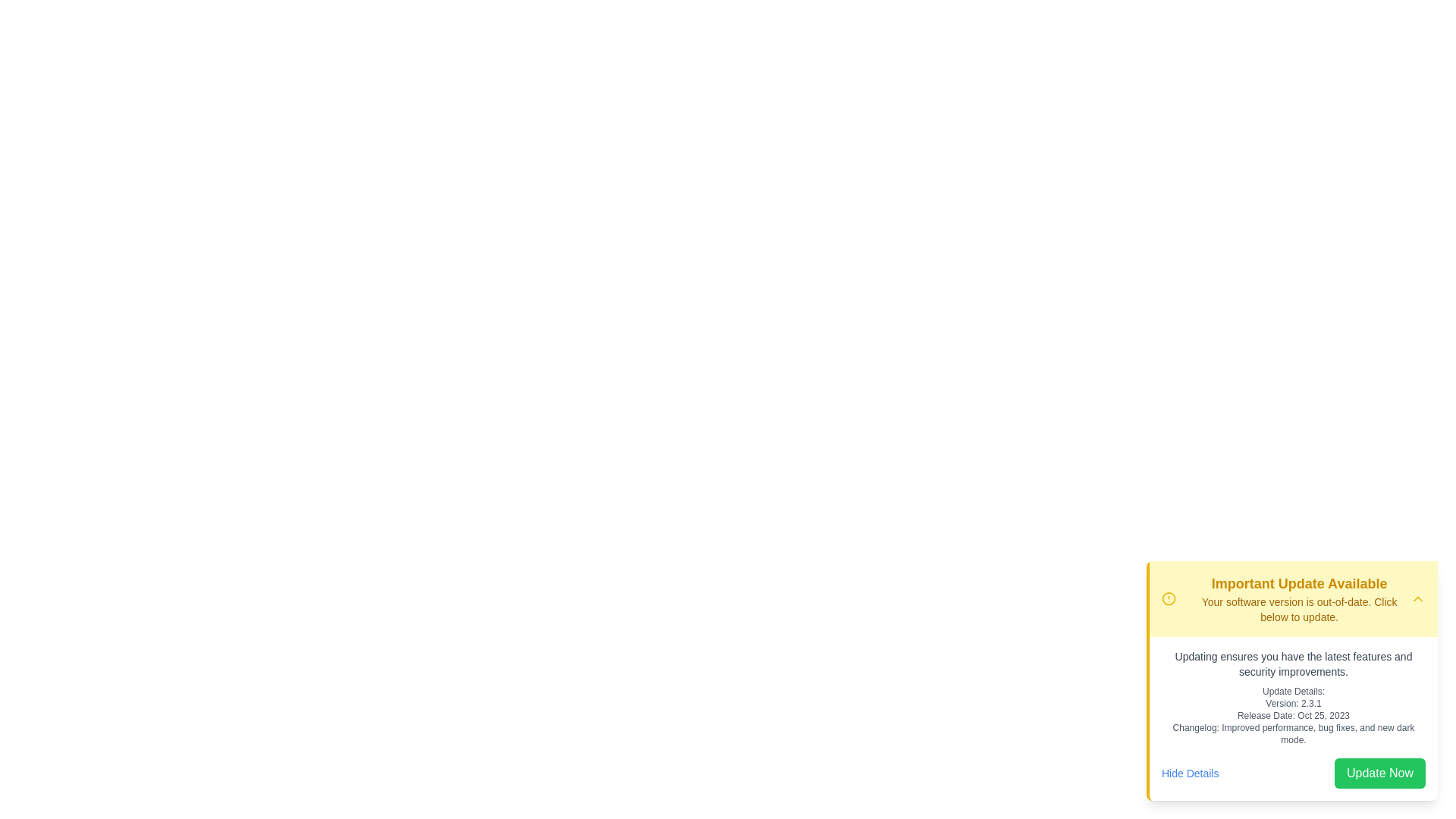 Image resolution: width=1456 pixels, height=819 pixels. Describe the element at coordinates (1298, 583) in the screenshot. I see `the text element displaying 'Important Update Available' which is bold and yellow, located at the top of a notification box` at that location.